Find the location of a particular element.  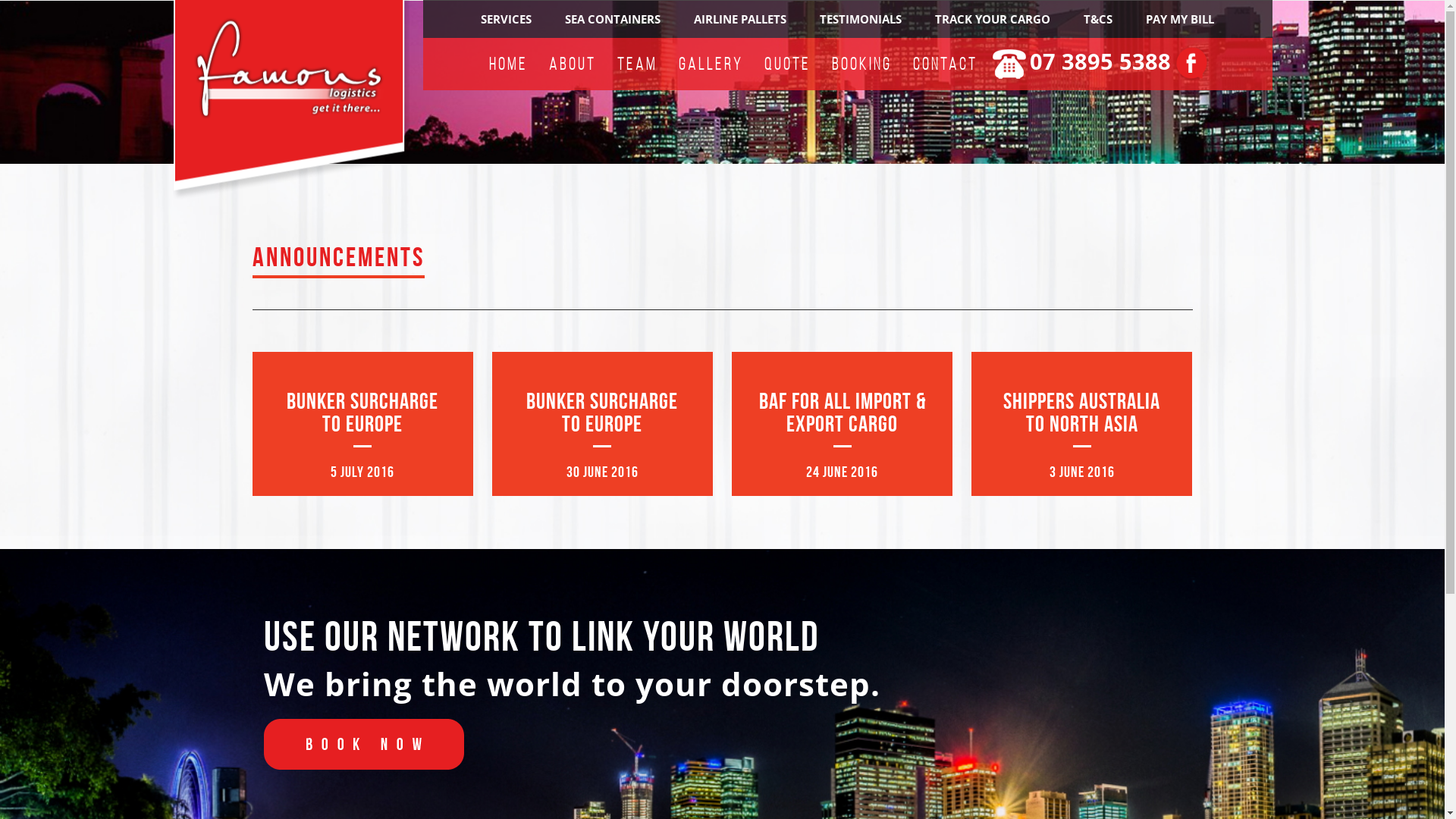

'3 JUNE 2016' is located at coordinates (1081, 468).